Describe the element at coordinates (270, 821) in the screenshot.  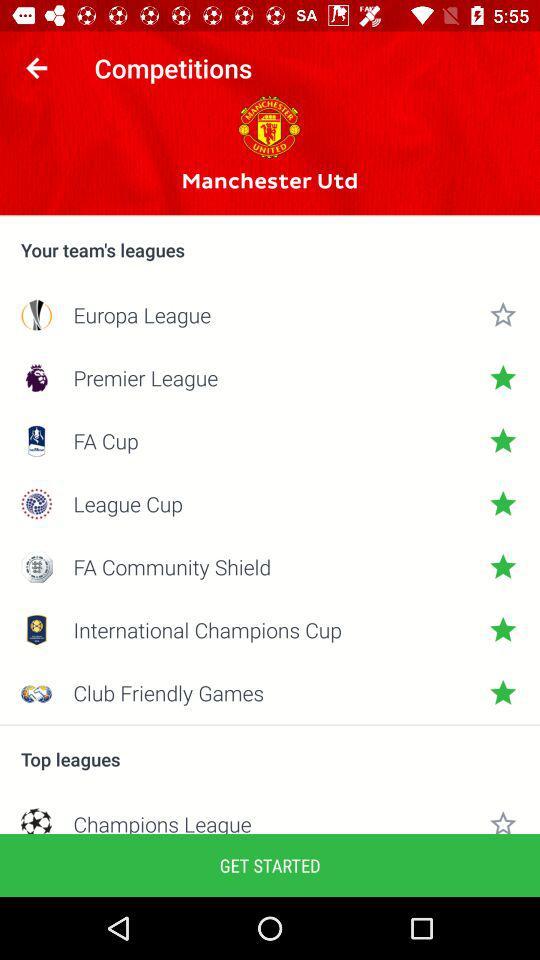
I see `item above the get started item` at that location.